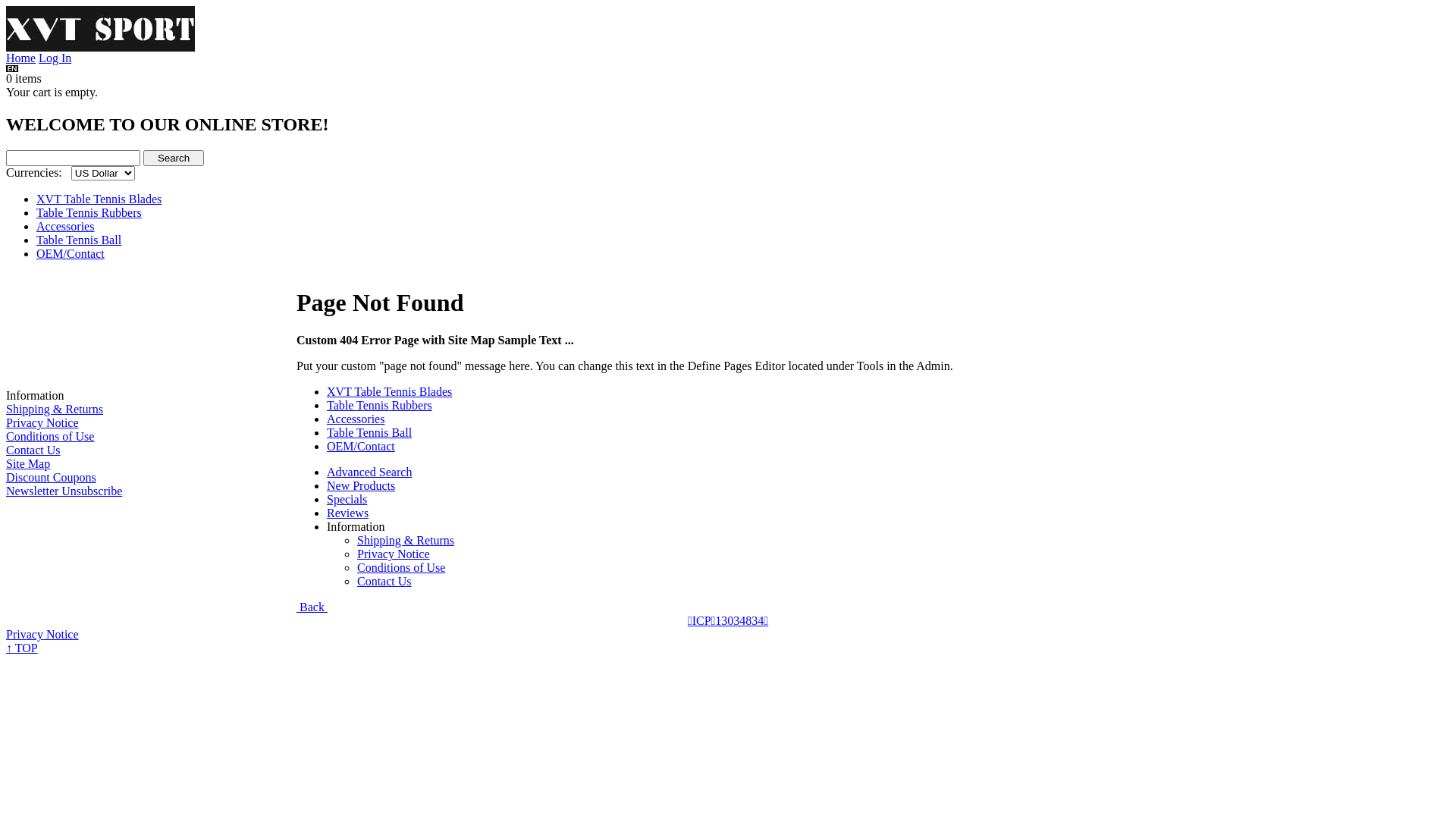 Image resolution: width=1456 pixels, height=819 pixels. Describe the element at coordinates (369, 471) in the screenshot. I see `'Advanced Search'` at that location.